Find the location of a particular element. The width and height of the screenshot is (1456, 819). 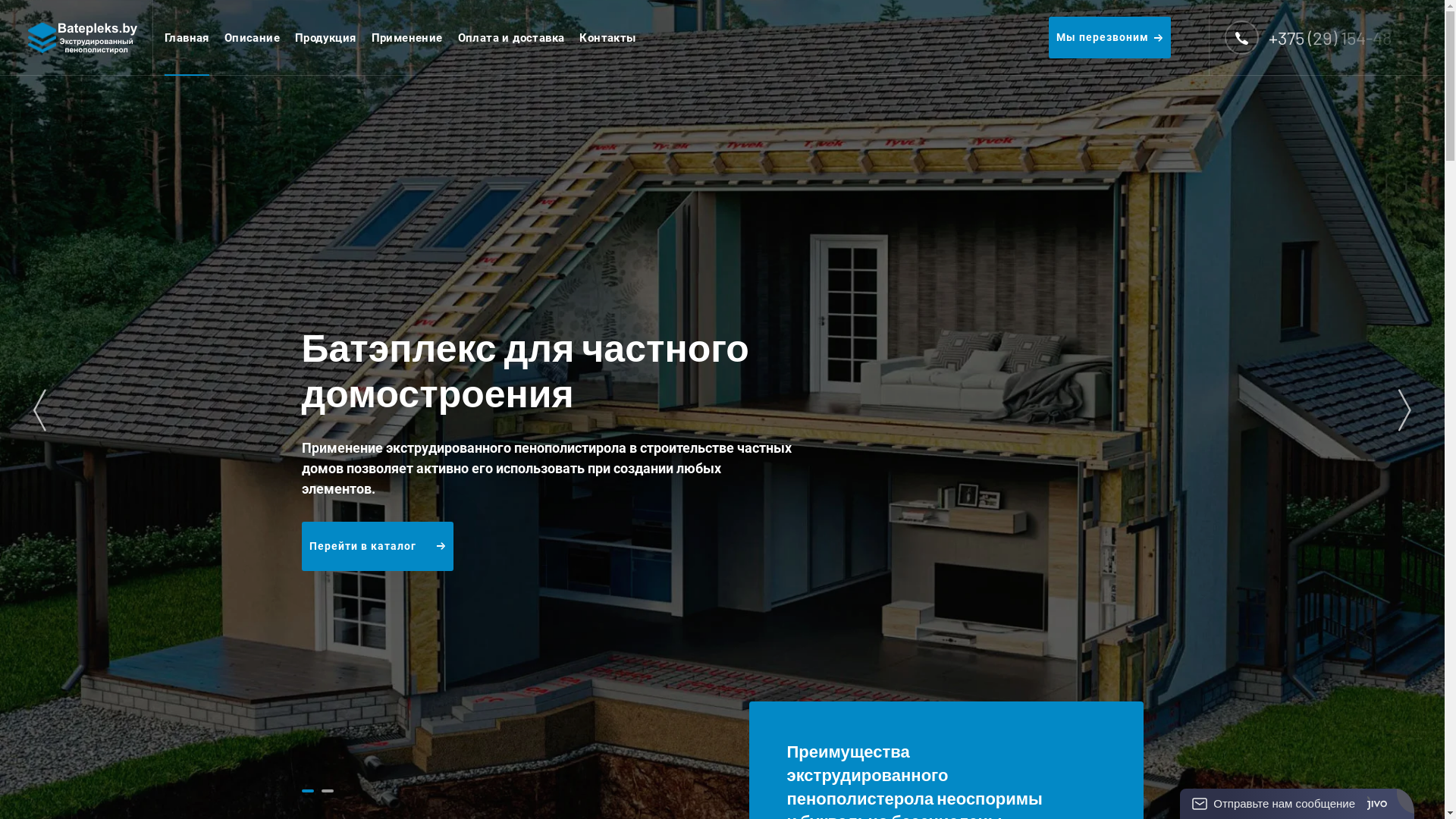

'Next' is located at coordinates (1404, 409).